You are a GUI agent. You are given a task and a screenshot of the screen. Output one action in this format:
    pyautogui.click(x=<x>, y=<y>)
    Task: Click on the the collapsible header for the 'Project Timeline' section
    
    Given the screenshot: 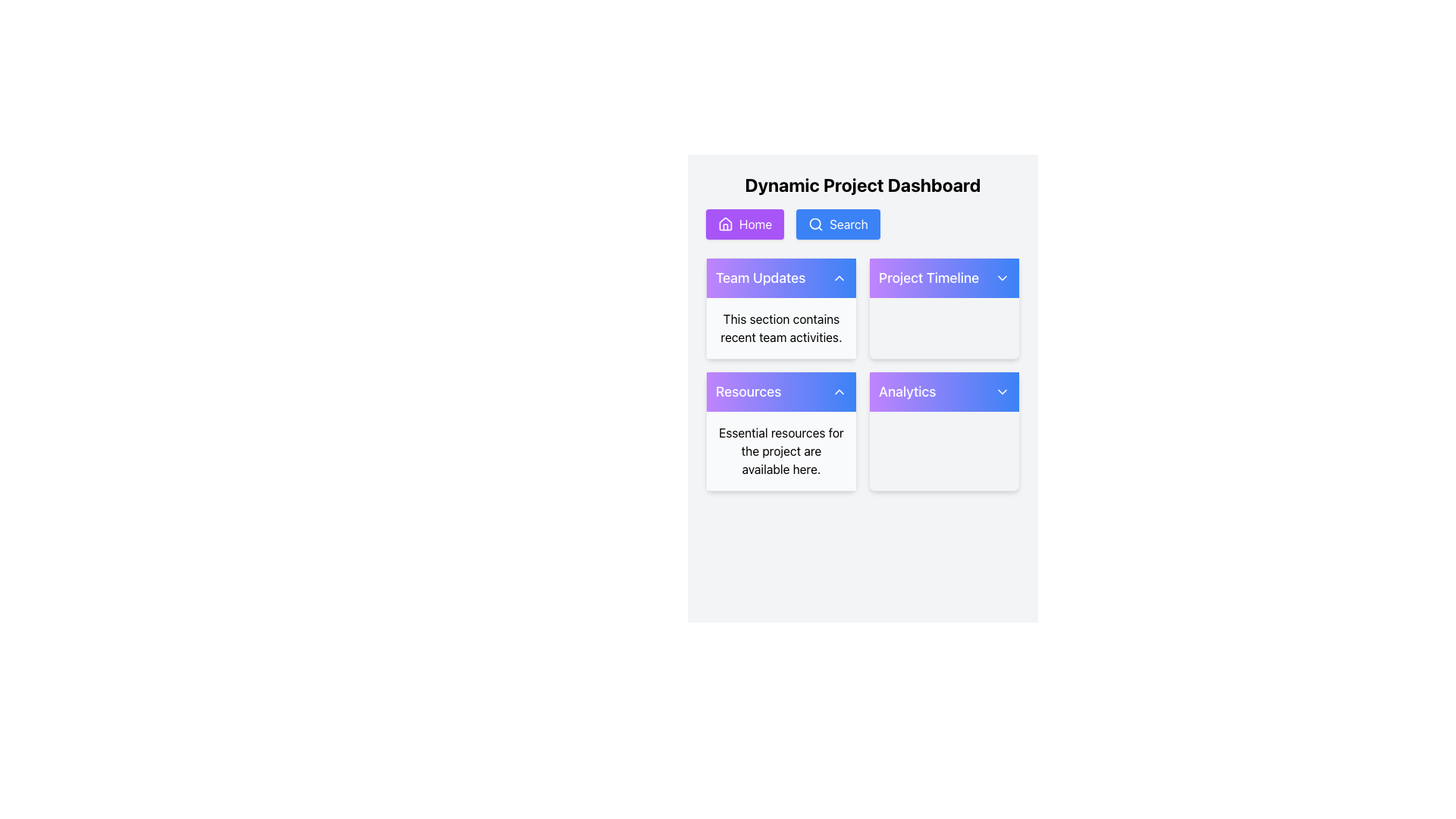 What is the action you would take?
    pyautogui.click(x=943, y=278)
    